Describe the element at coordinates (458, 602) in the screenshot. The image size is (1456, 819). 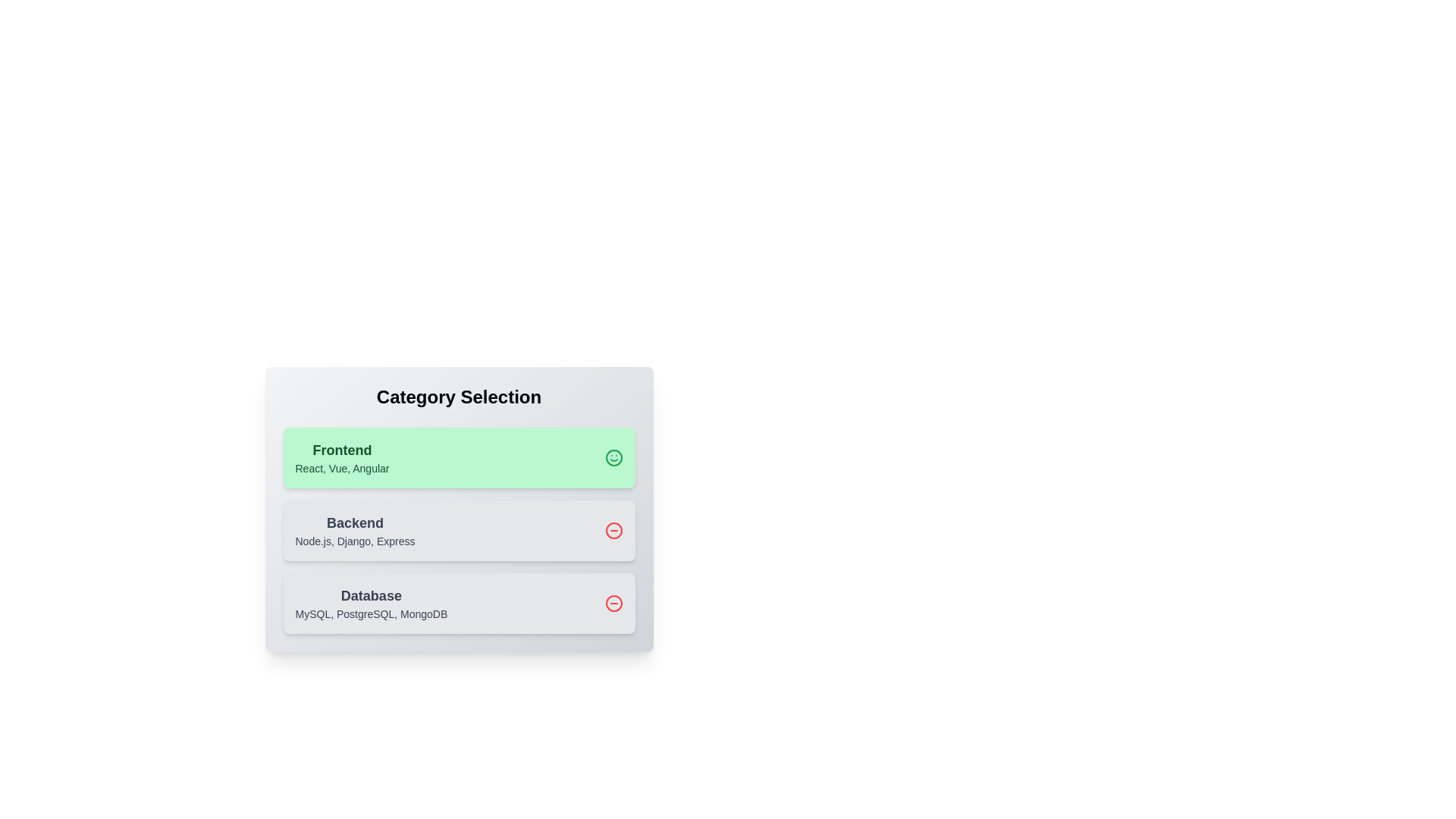
I see `the category Database by clicking on its chip` at that location.